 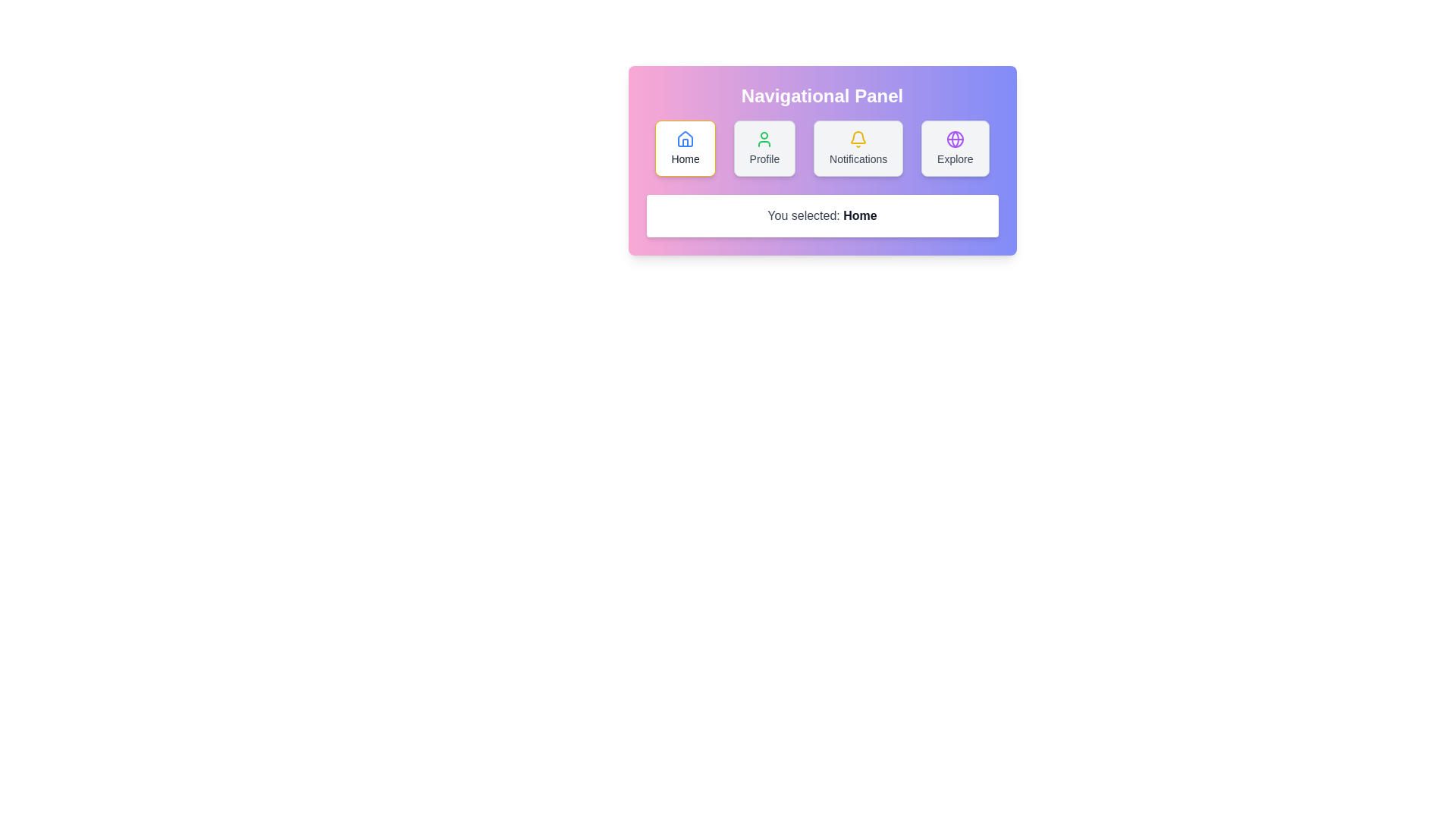 I want to click on the compact rectangular 'Home' button with a white background and gray border, so click(x=684, y=149).